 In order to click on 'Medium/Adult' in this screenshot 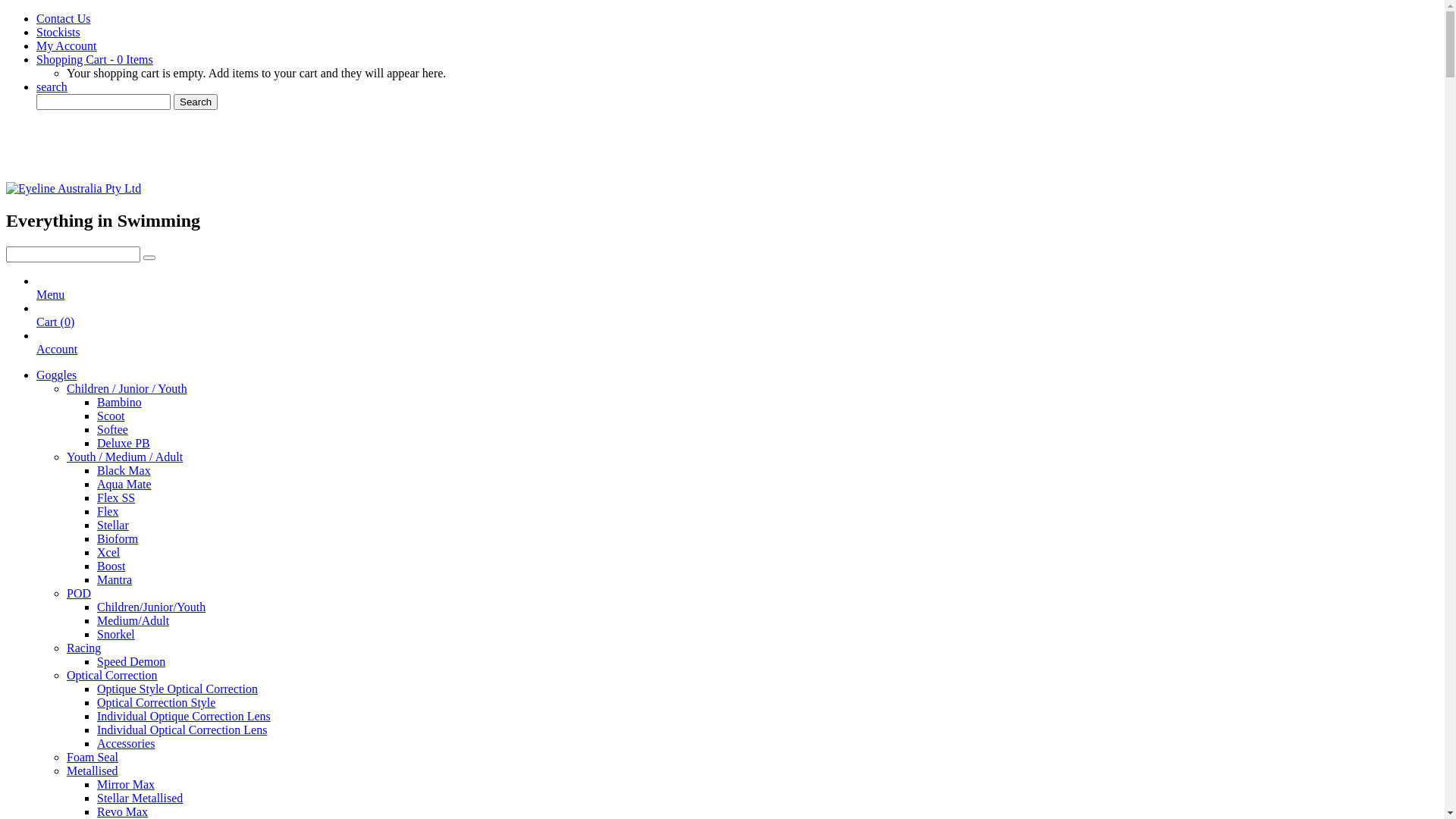, I will do `click(133, 620)`.